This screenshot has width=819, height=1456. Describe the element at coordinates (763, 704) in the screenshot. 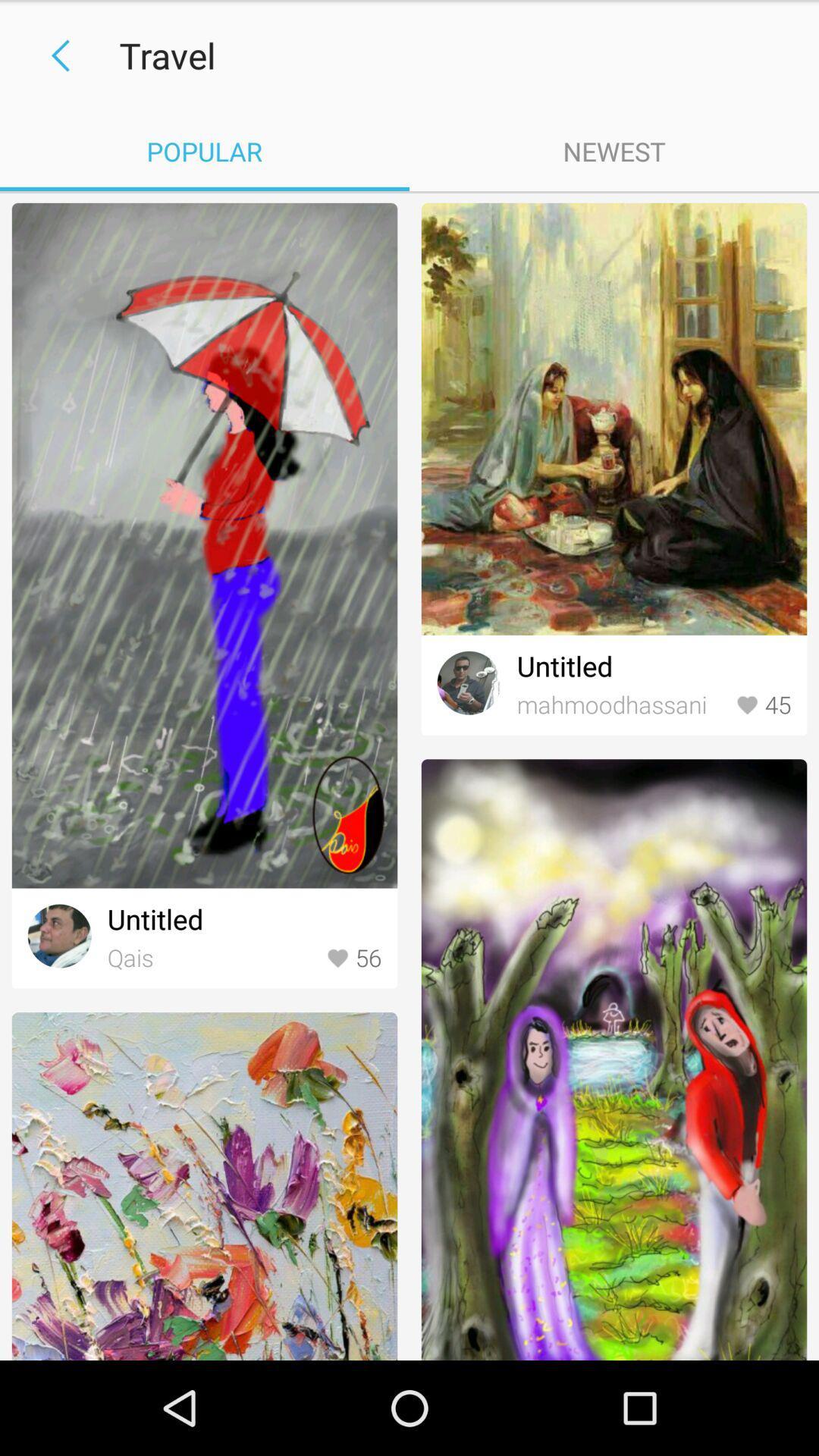

I see `icon to the right of mahmoodhassani icon` at that location.